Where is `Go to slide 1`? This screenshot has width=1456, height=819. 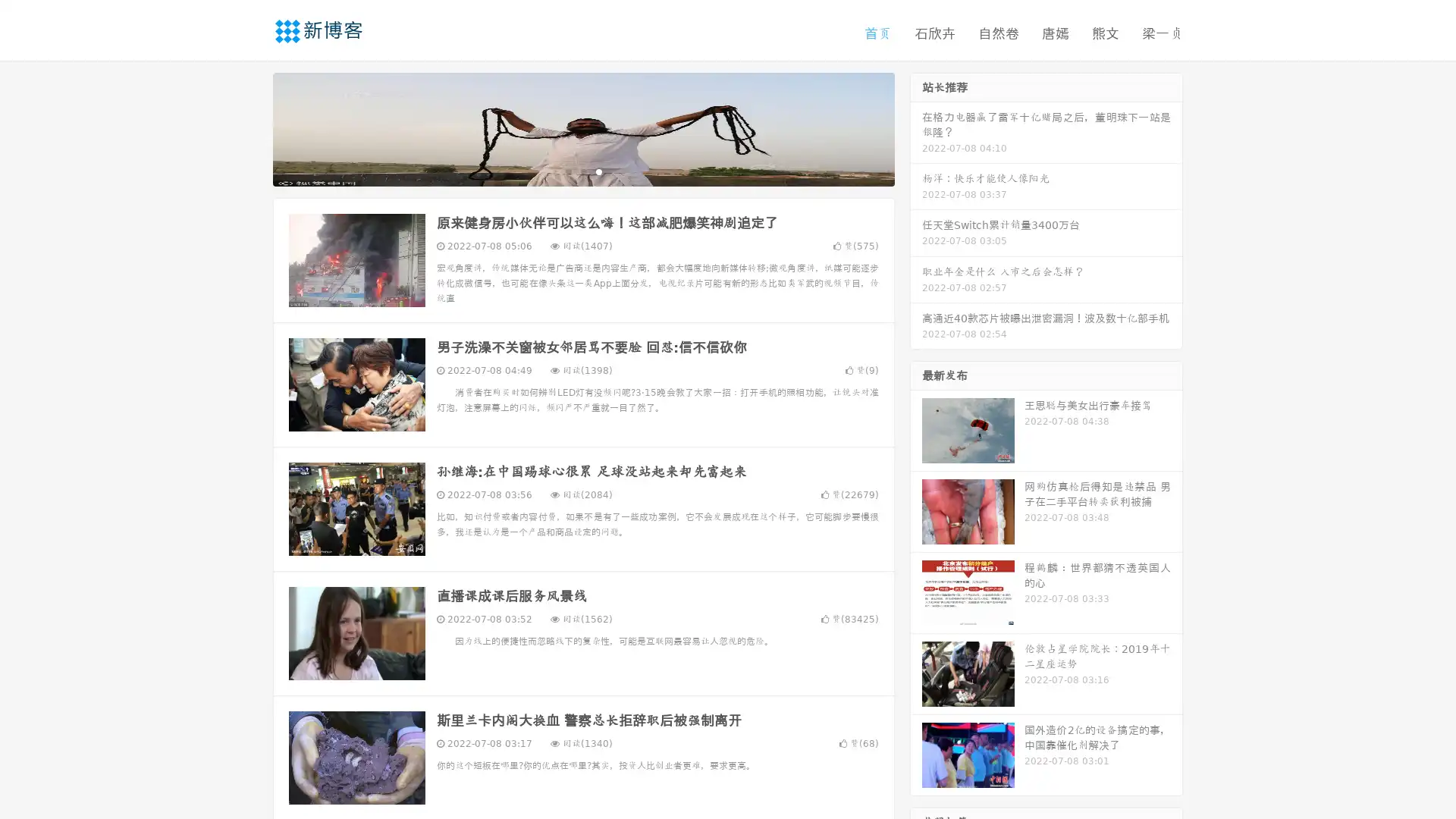 Go to slide 1 is located at coordinates (567, 171).